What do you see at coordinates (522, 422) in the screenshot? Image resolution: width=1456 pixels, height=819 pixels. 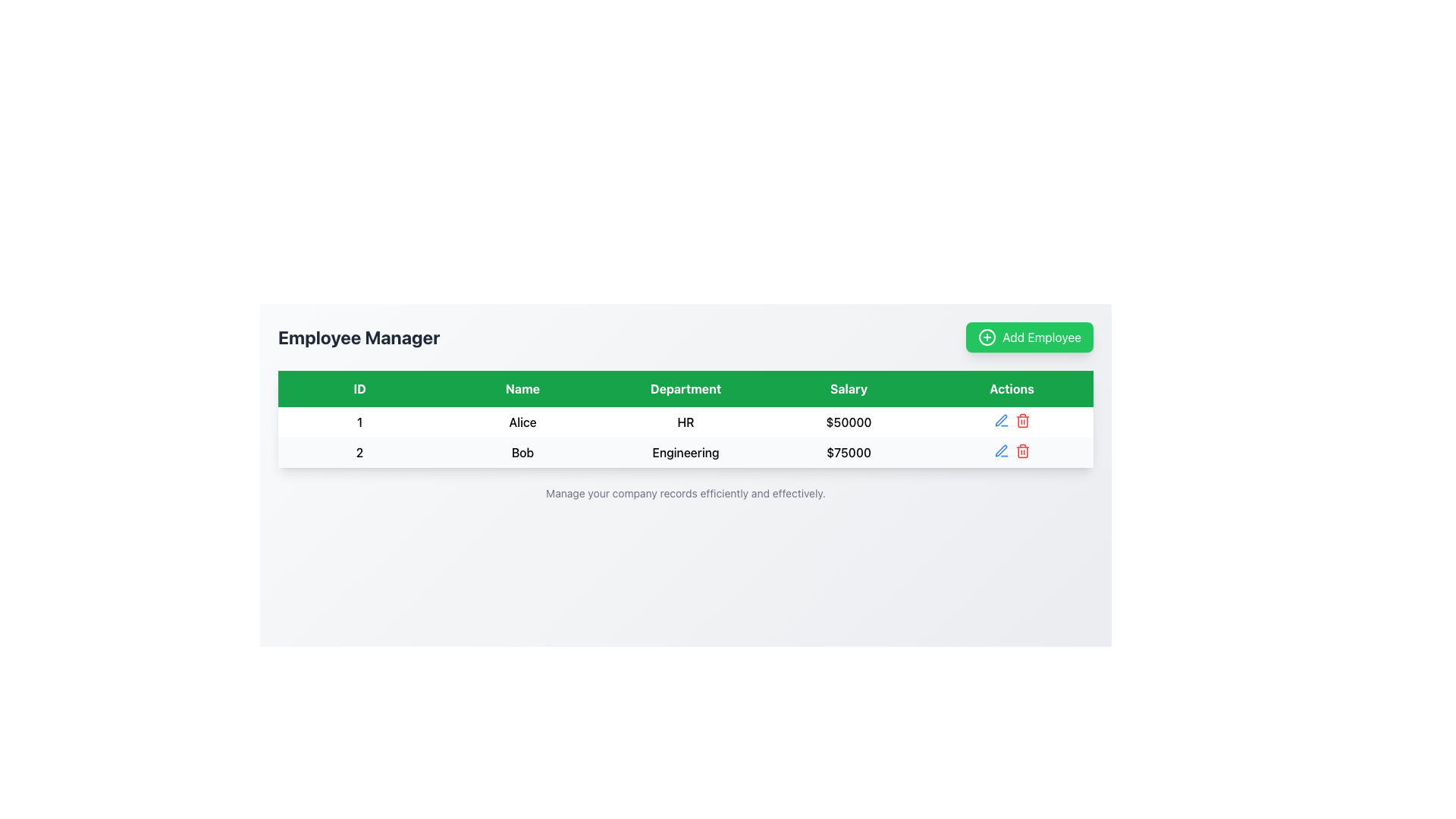 I see `the Text label displaying the name of the employee in the 'Name' column of the table, positioned between the ID '1' and the department 'HR'` at bounding box center [522, 422].